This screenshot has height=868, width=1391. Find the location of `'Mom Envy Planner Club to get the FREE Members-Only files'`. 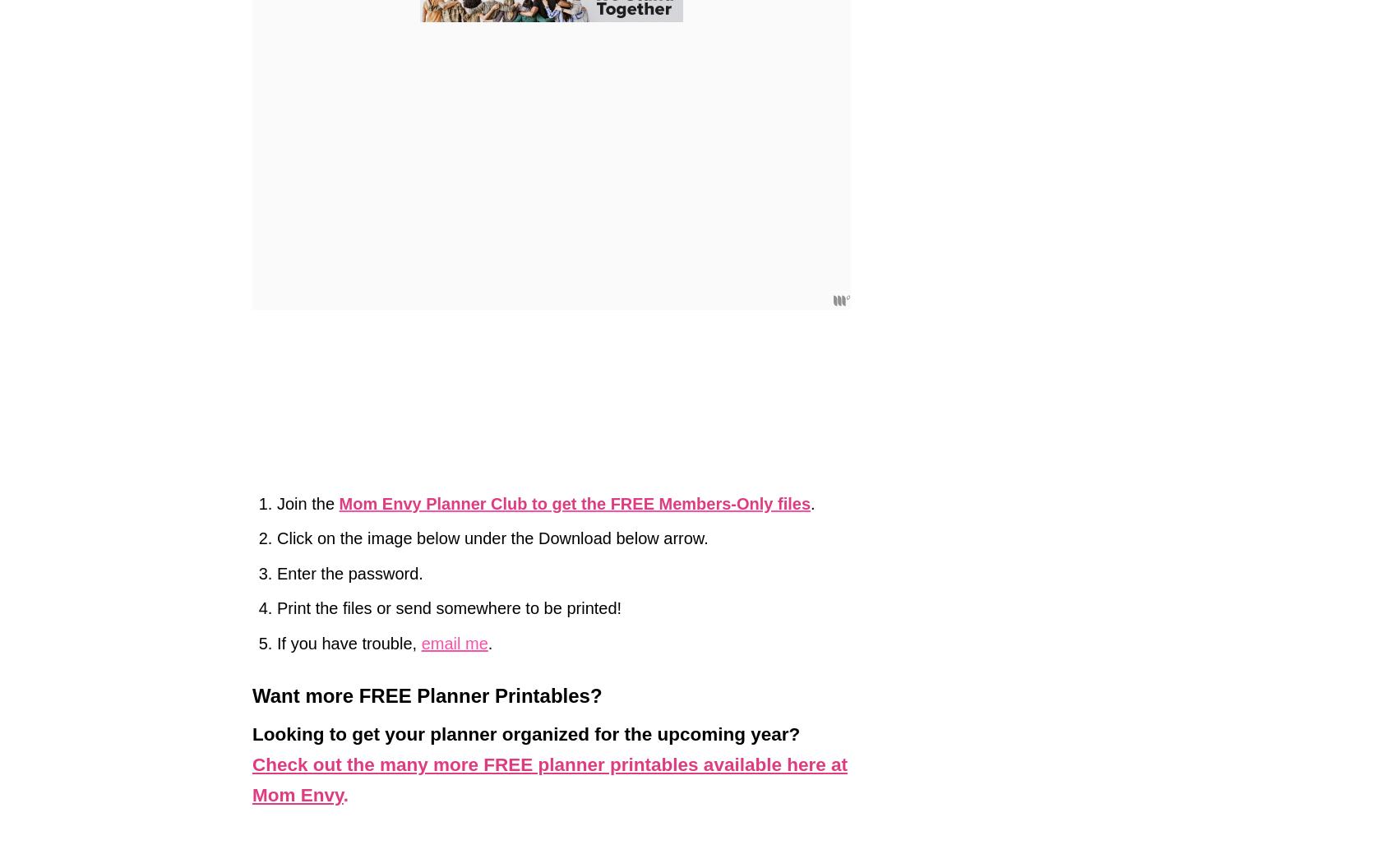

'Mom Envy Planner Club to get the FREE Members-Only files' is located at coordinates (574, 501).